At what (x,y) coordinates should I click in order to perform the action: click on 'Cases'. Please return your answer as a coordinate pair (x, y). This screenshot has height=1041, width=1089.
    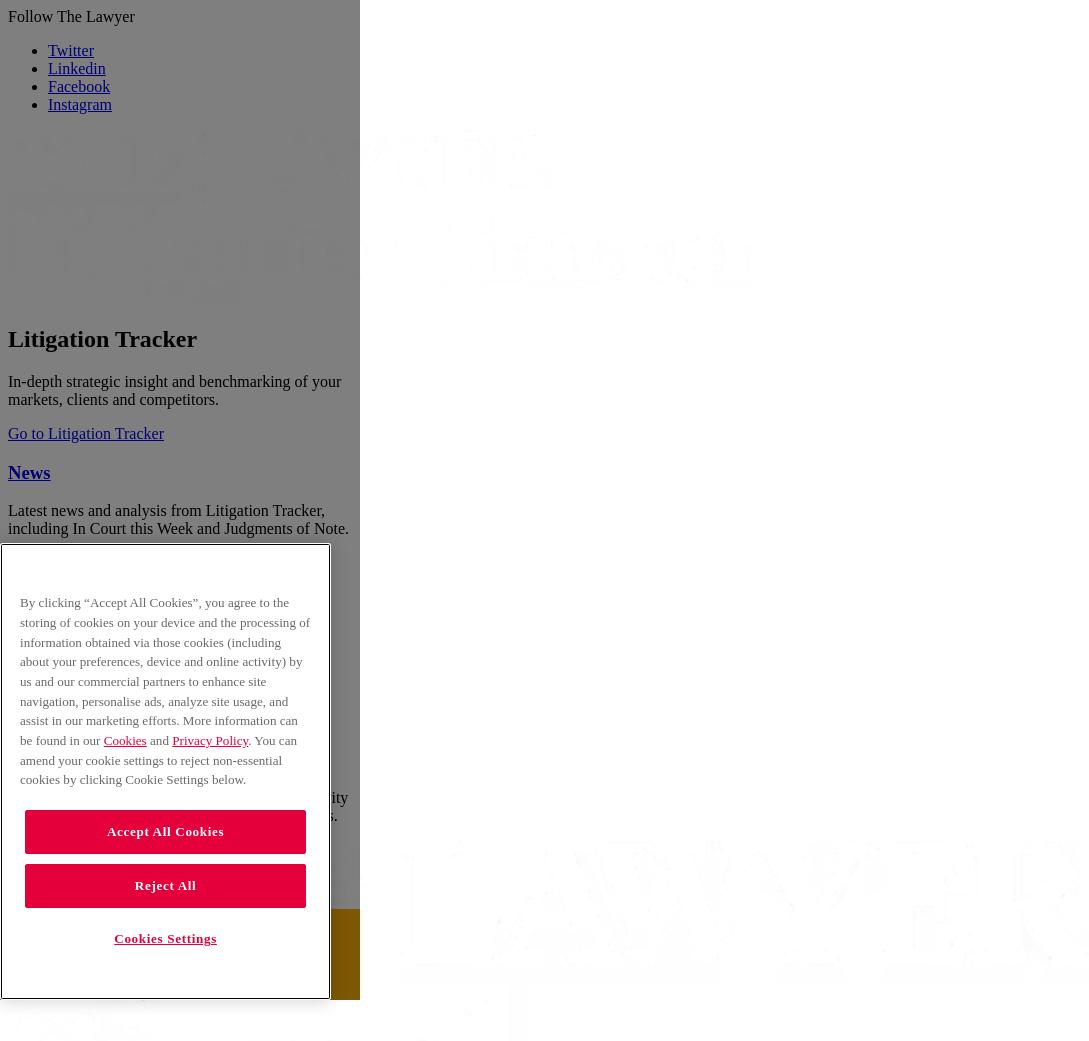
    Looking at the image, I should click on (30, 661).